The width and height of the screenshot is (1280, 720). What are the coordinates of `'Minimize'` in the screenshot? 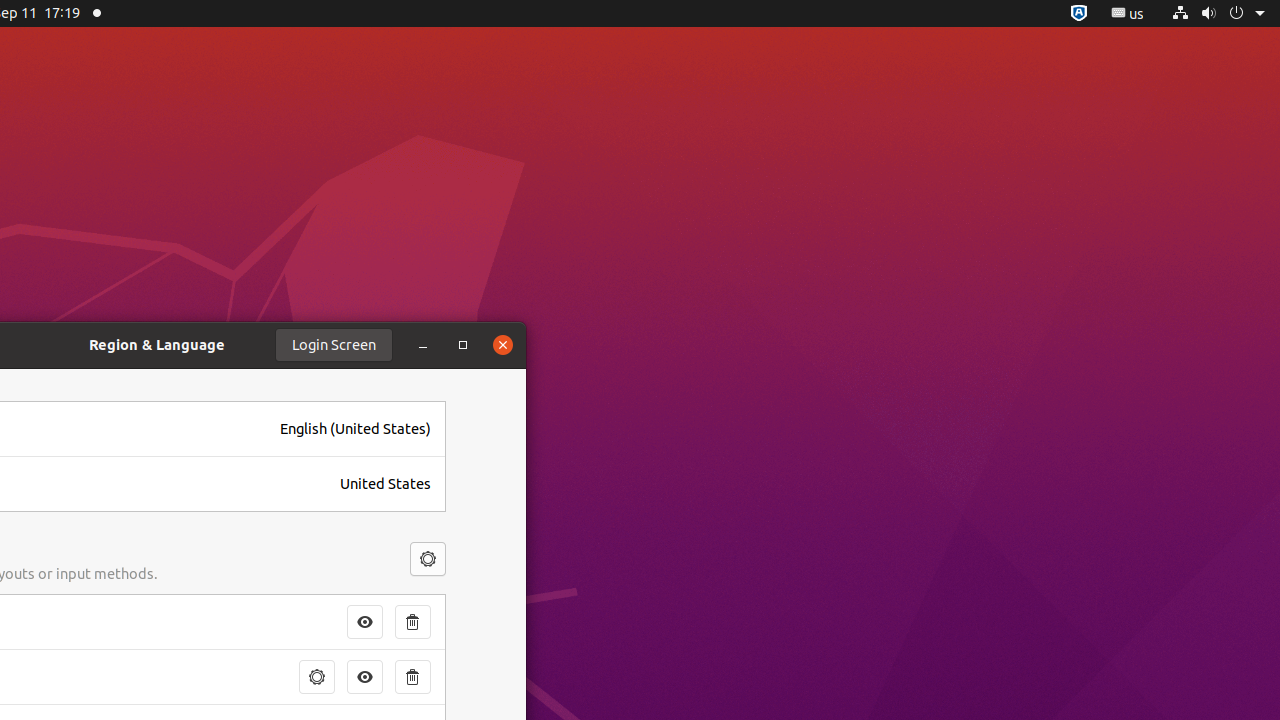 It's located at (422, 344).